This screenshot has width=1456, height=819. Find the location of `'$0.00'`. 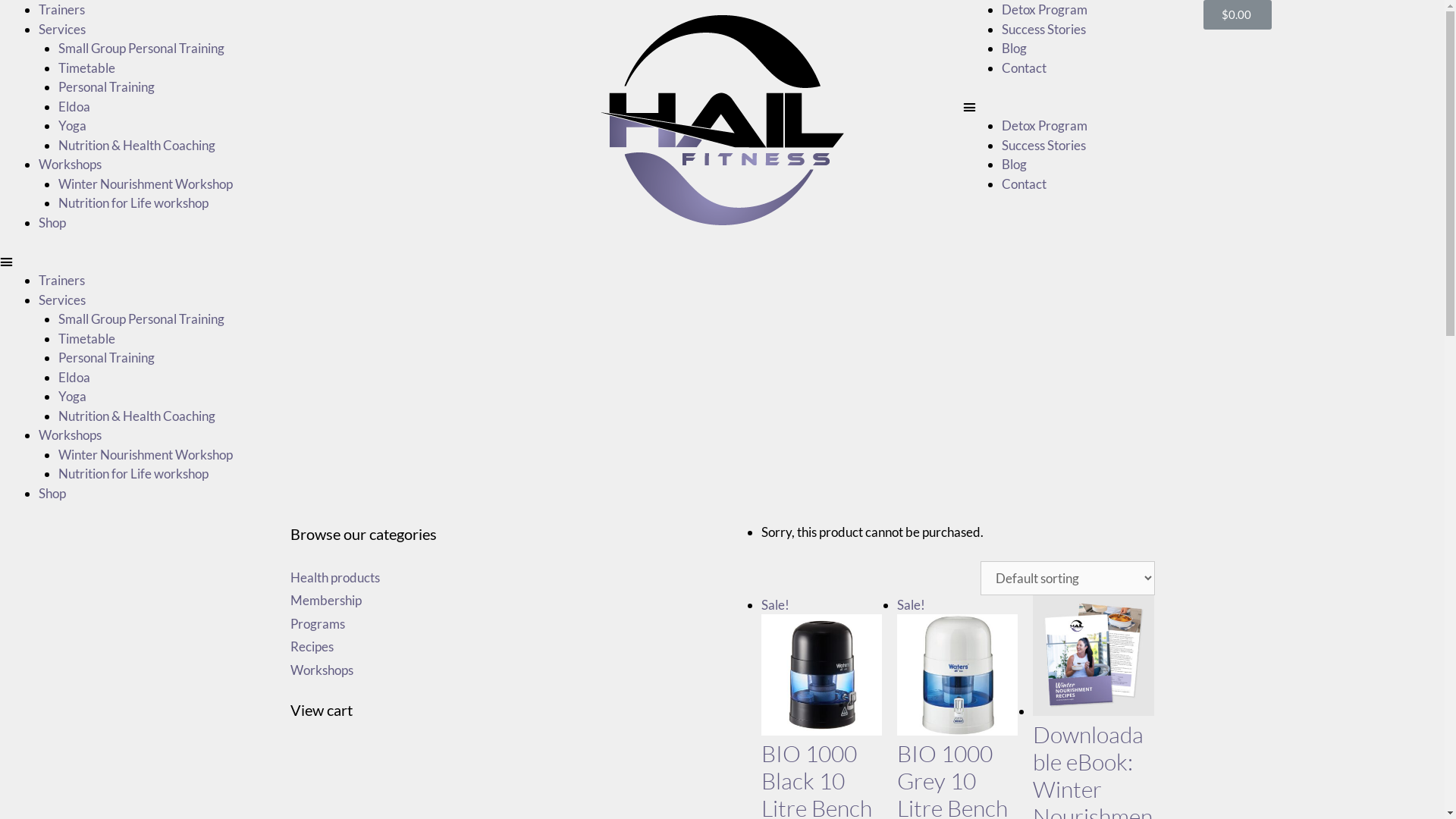

'$0.00' is located at coordinates (1238, 14).